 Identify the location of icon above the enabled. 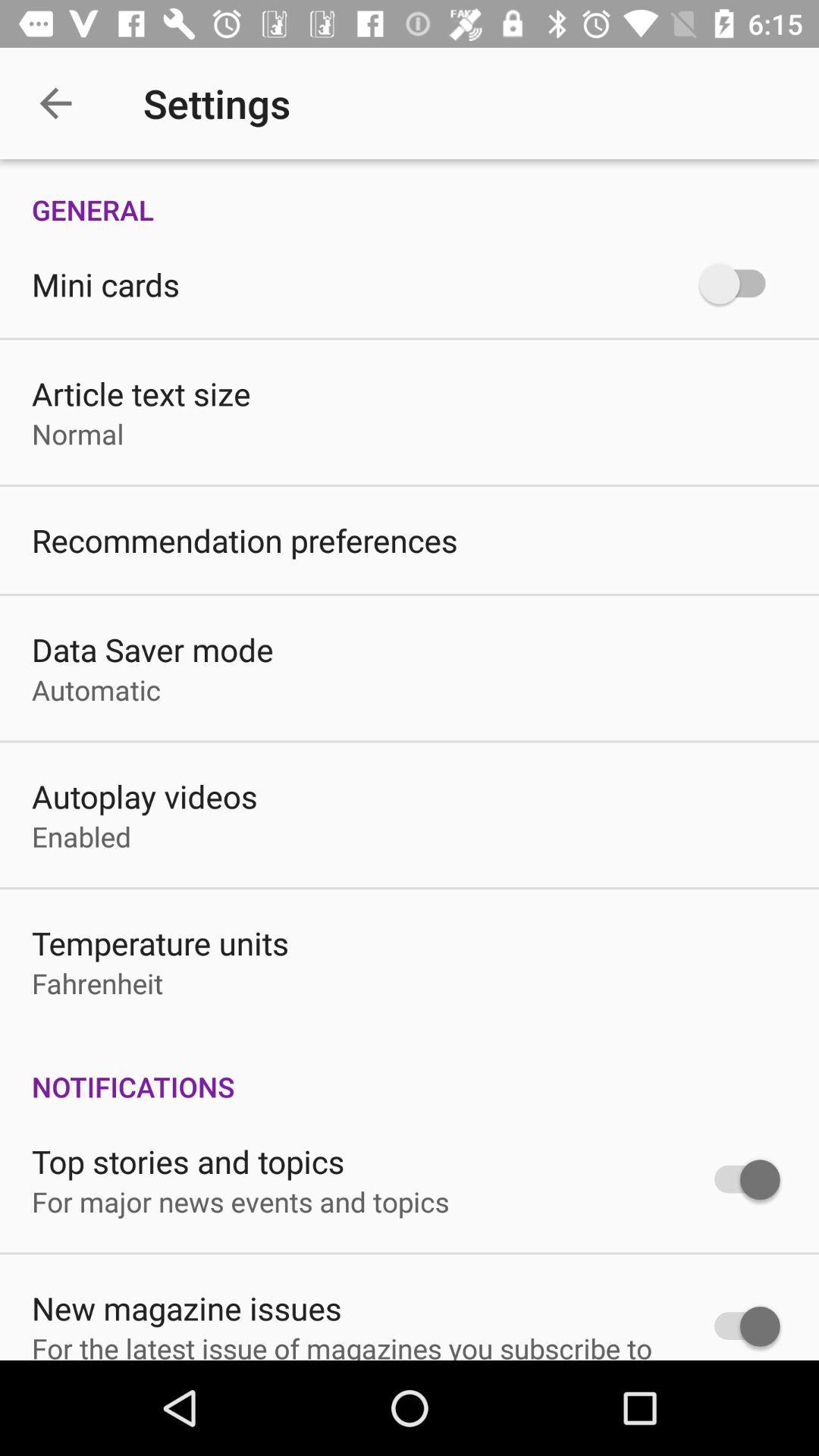
(144, 795).